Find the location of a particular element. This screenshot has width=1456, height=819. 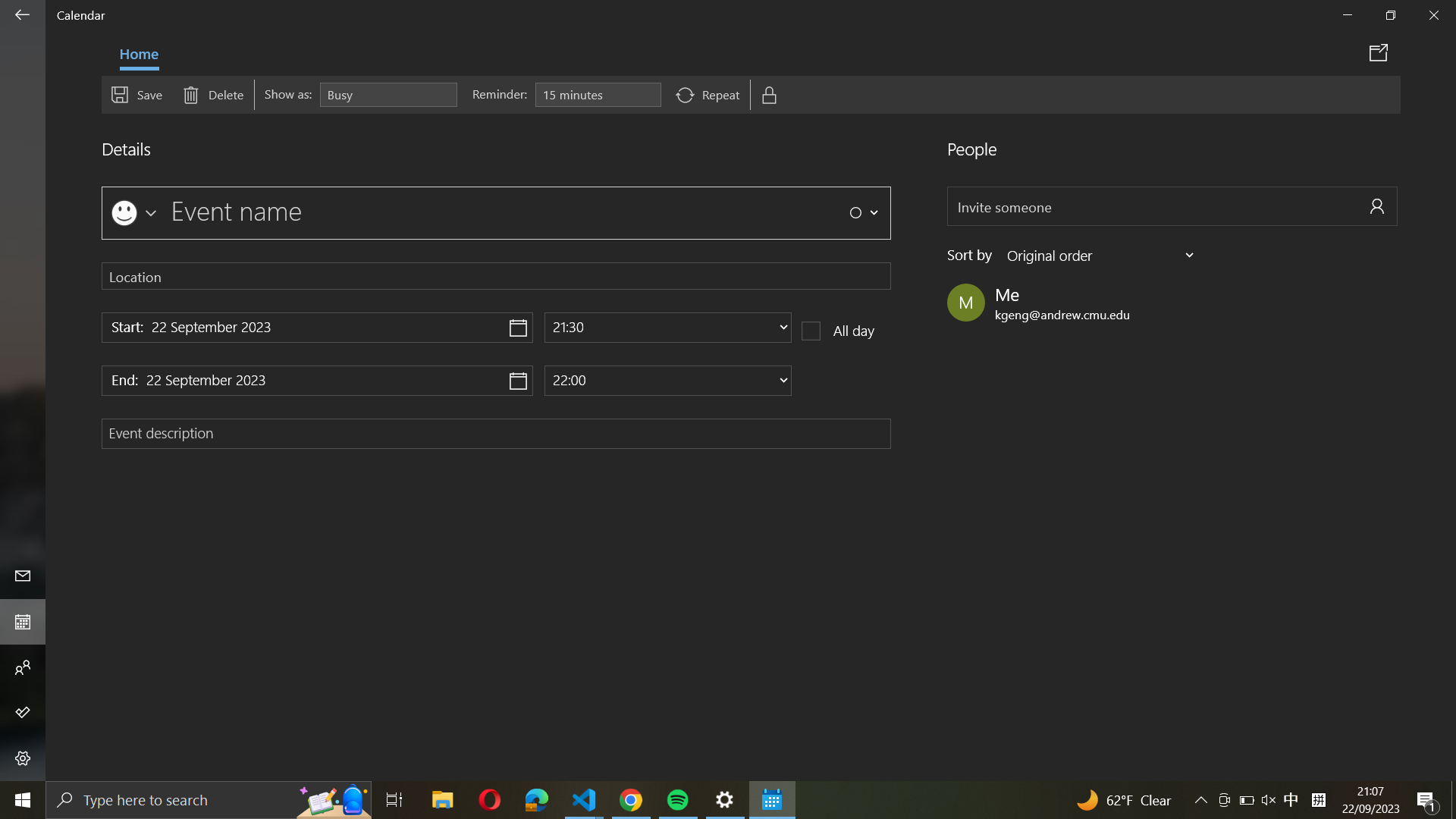

the feature to input conclusion date is located at coordinates (315, 378).